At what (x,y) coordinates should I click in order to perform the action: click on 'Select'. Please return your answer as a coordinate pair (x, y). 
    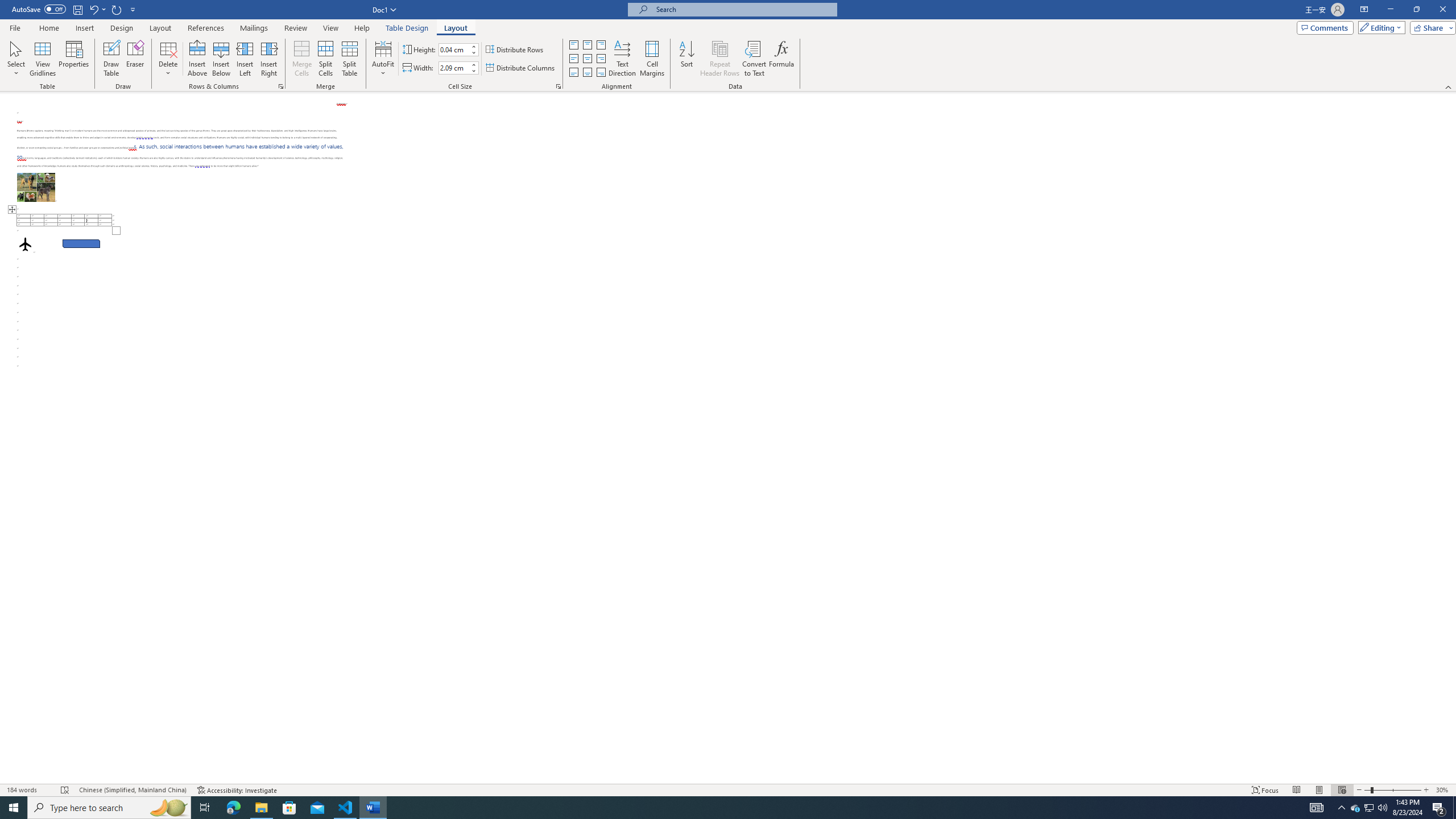
    Looking at the image, I should click on (16, 59).